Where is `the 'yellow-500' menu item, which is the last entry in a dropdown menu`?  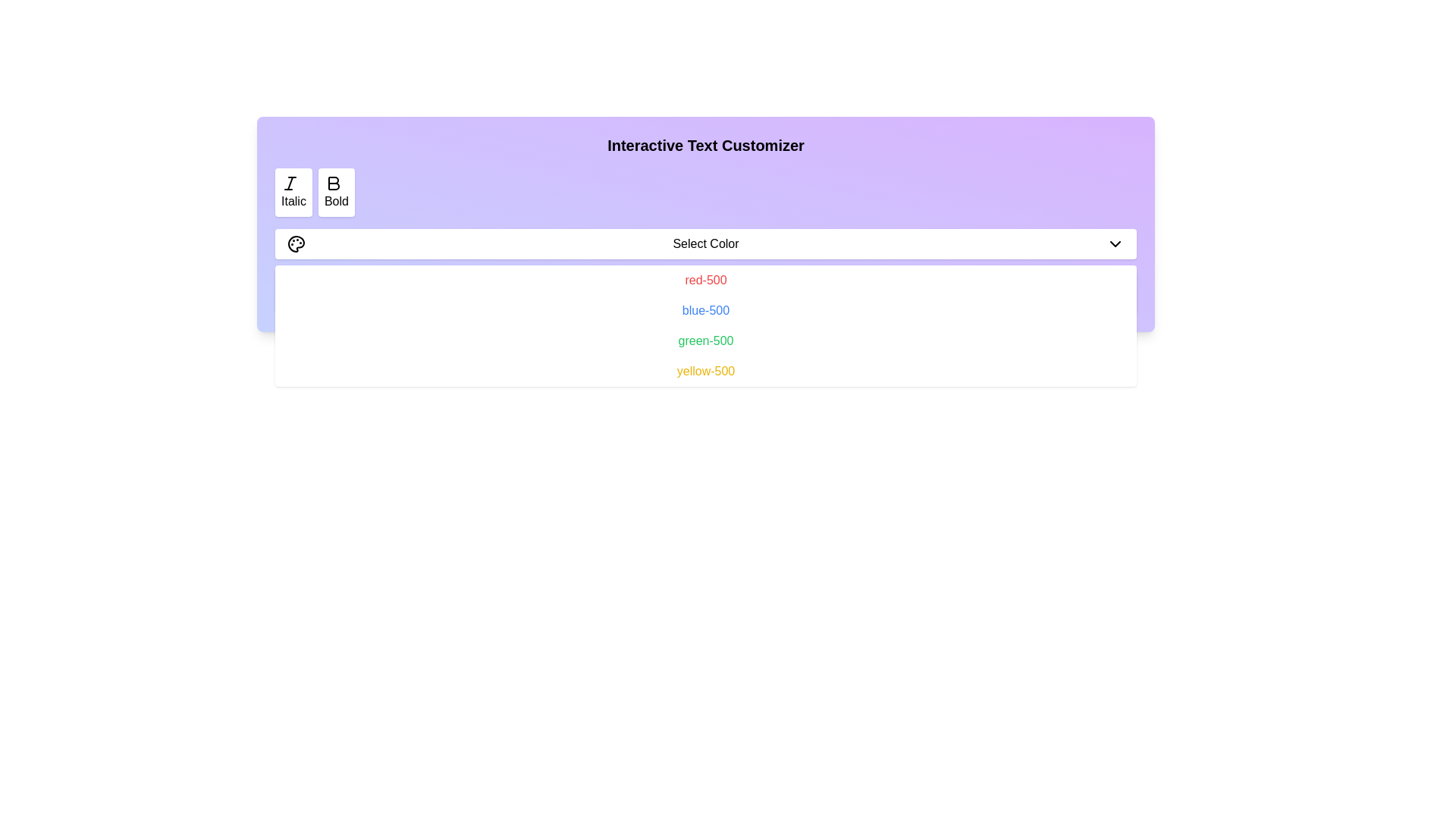
the 'yellow-500' menu item, which is the last entry in a dropdown menu is located at coordinates (705, 371).